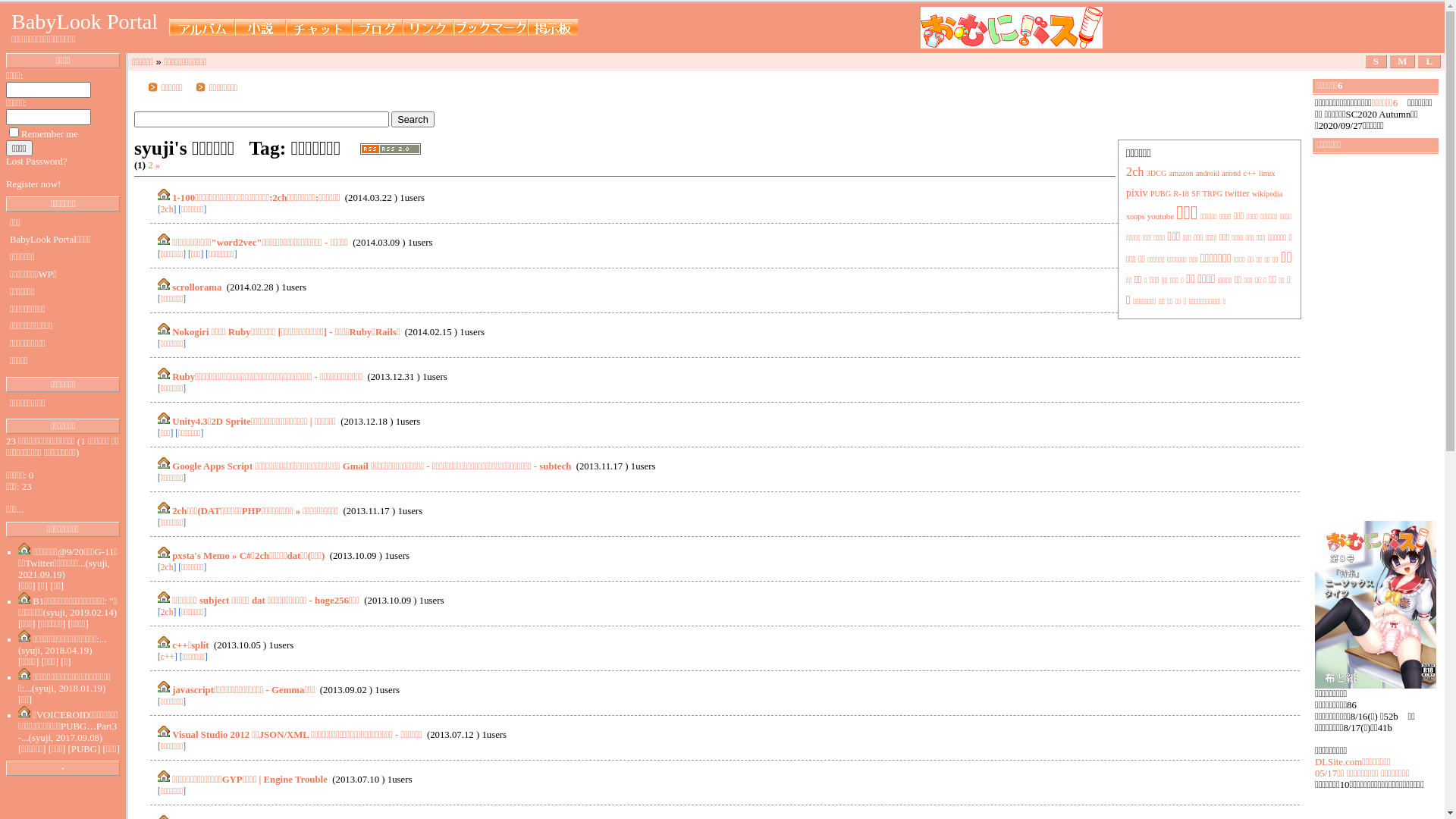 Image resolution: width=1456 pixels, height=819 pixels. What do you see at coordinates (1376, 61) in the screenshot?
I see `'S'` at bounding box center [1376, 61].